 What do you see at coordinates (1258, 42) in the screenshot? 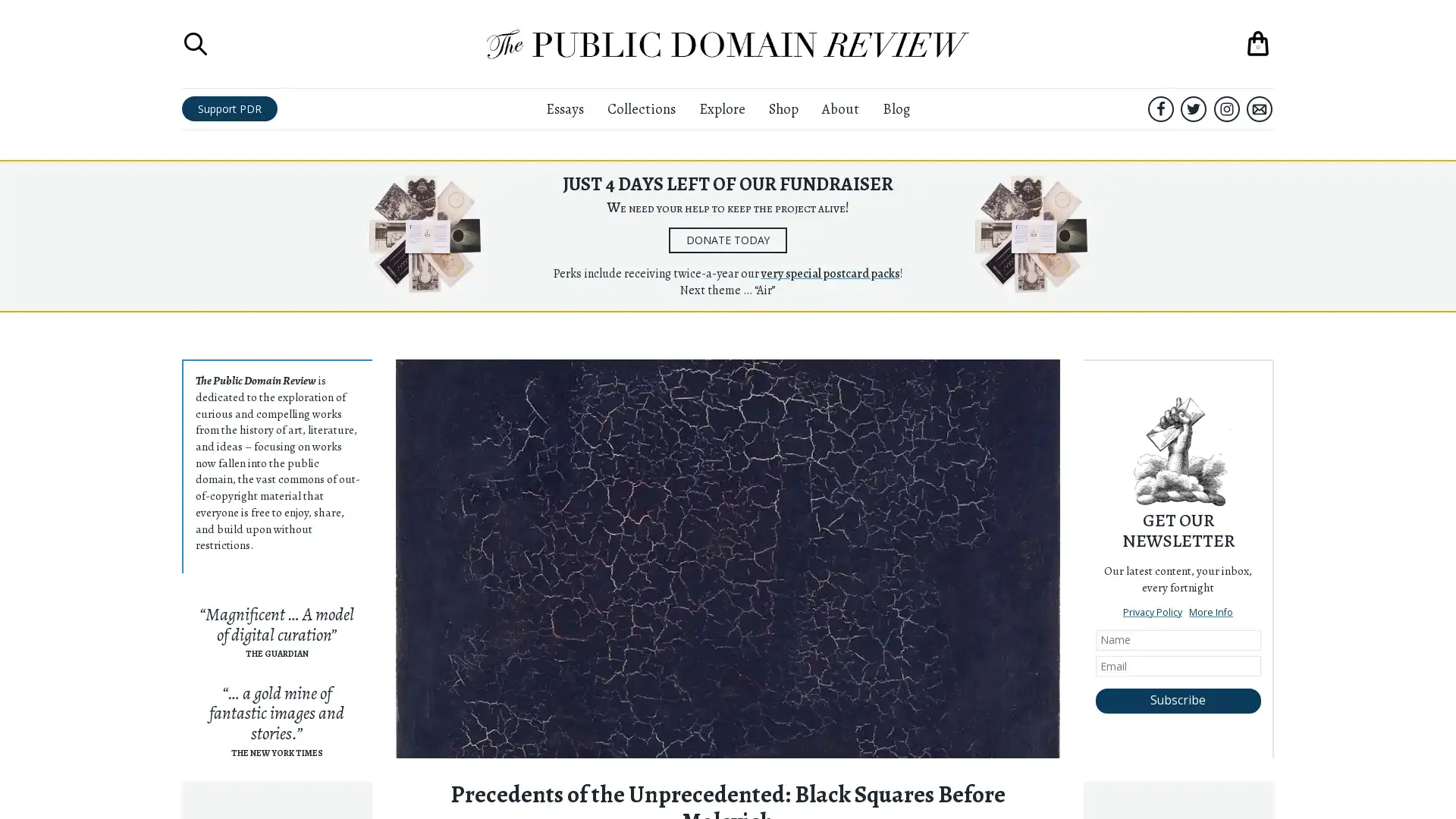
I see `0` at bounding box center [1258, 42].